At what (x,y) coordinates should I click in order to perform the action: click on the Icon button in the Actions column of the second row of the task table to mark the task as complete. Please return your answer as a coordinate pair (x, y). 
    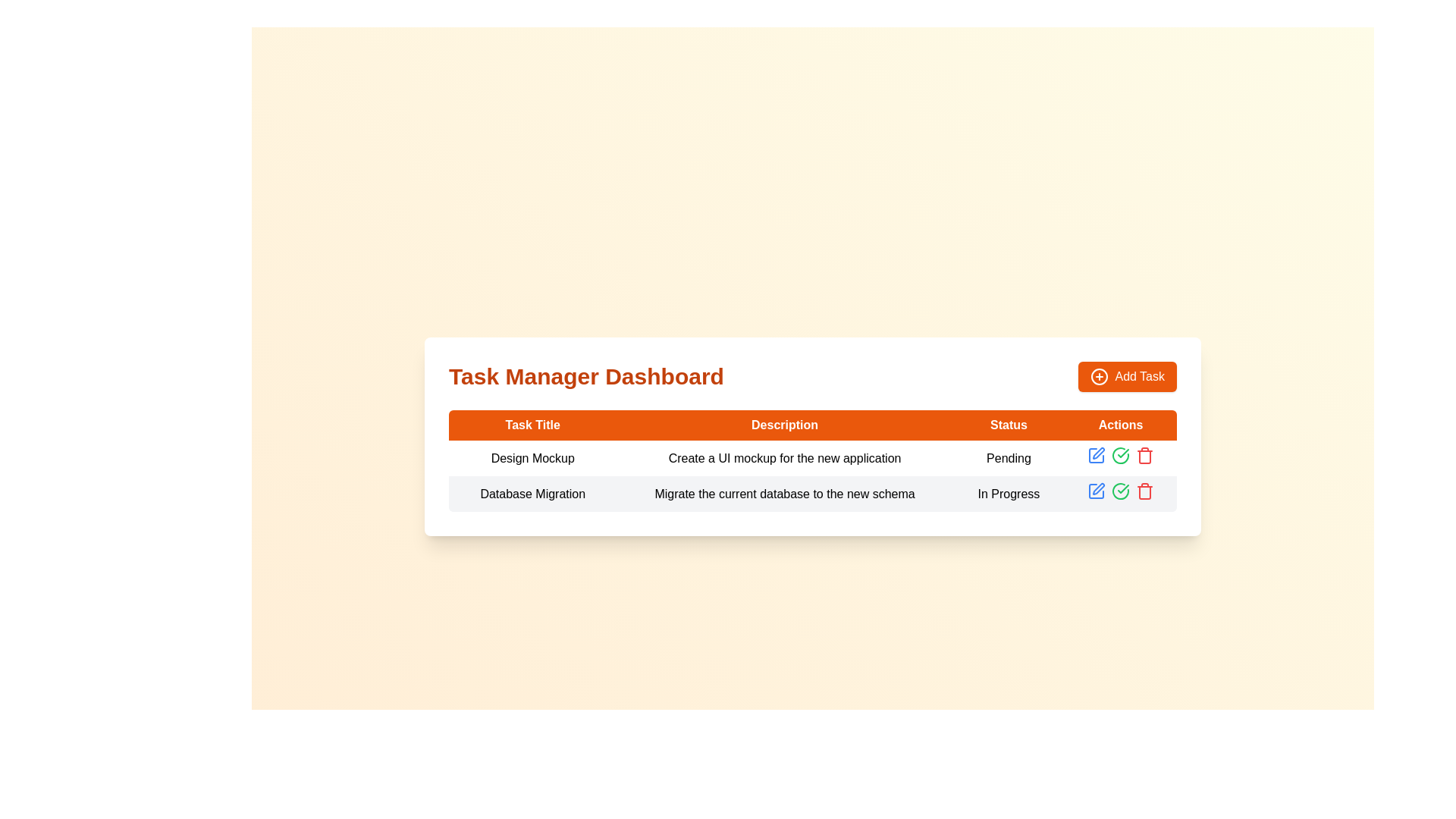
    Looking at the image, I should click on (1121, 491).